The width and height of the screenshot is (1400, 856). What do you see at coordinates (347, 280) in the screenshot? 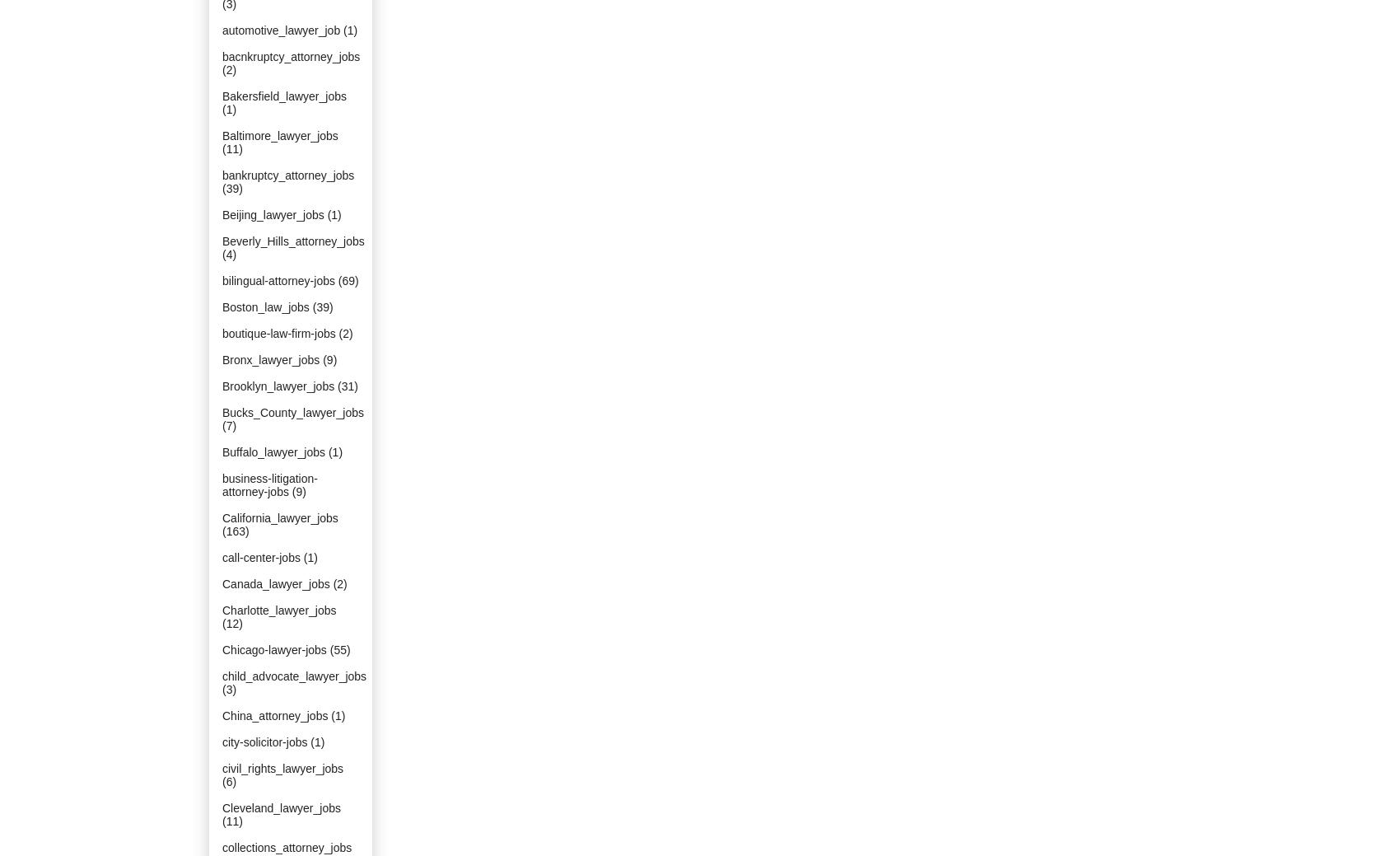
I see `'(69)'` at bounding box center [347, 280].